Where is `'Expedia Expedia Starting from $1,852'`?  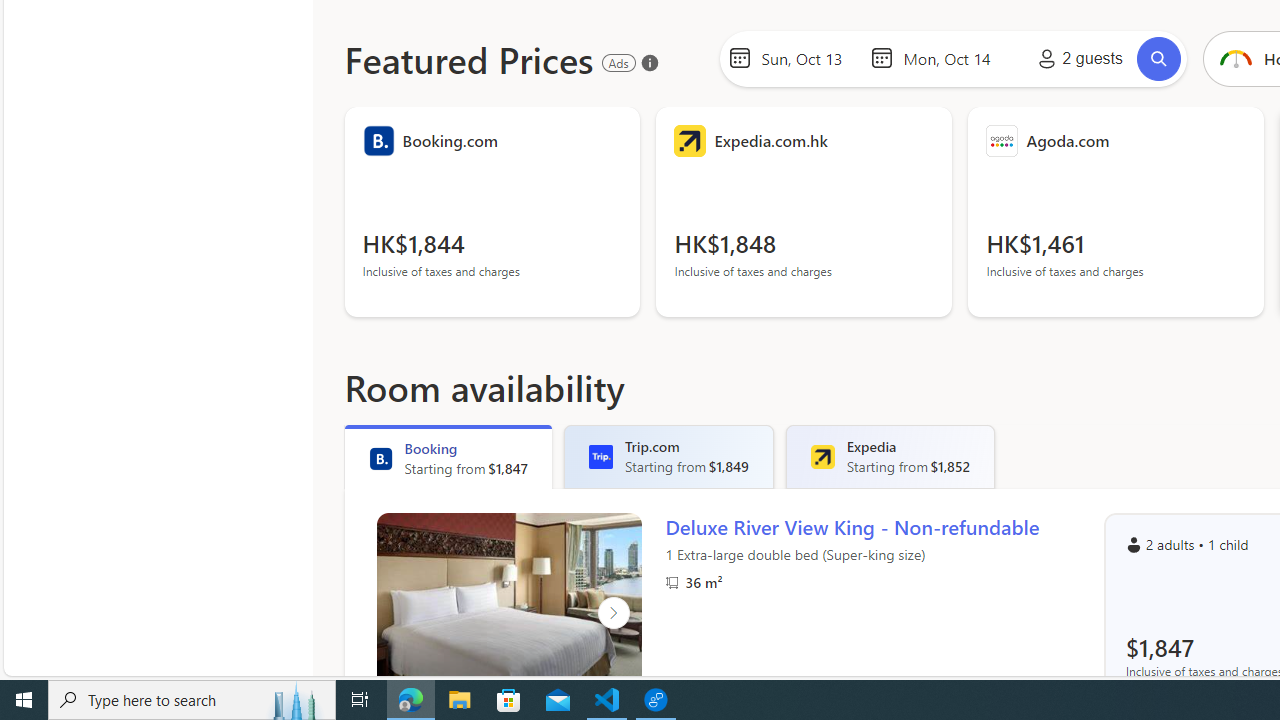 'Expedia Expedia Starting from $1,852' is located at coordinates (889, 456).